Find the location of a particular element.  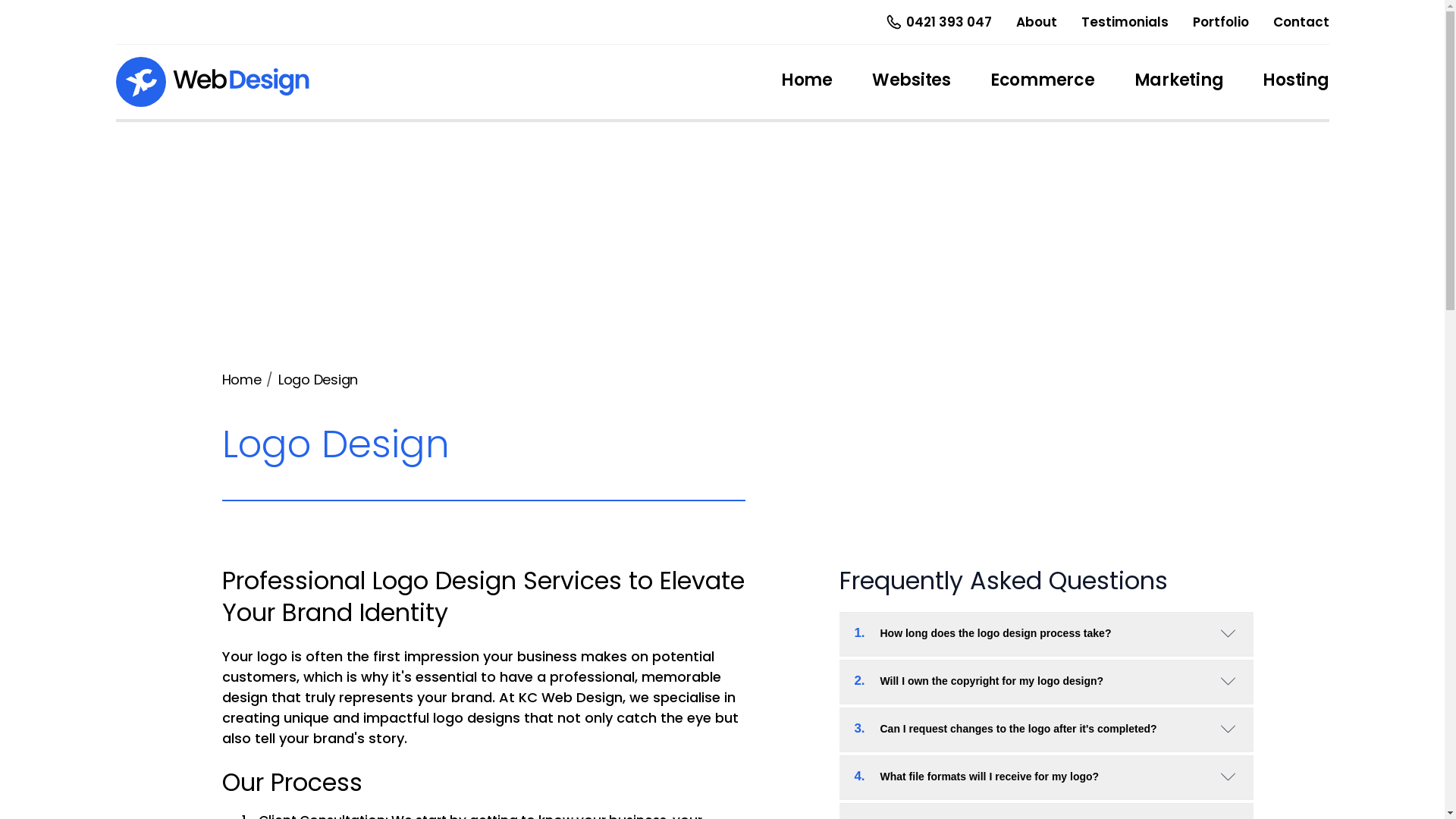

'1. is located at coordinates (1044, 632).